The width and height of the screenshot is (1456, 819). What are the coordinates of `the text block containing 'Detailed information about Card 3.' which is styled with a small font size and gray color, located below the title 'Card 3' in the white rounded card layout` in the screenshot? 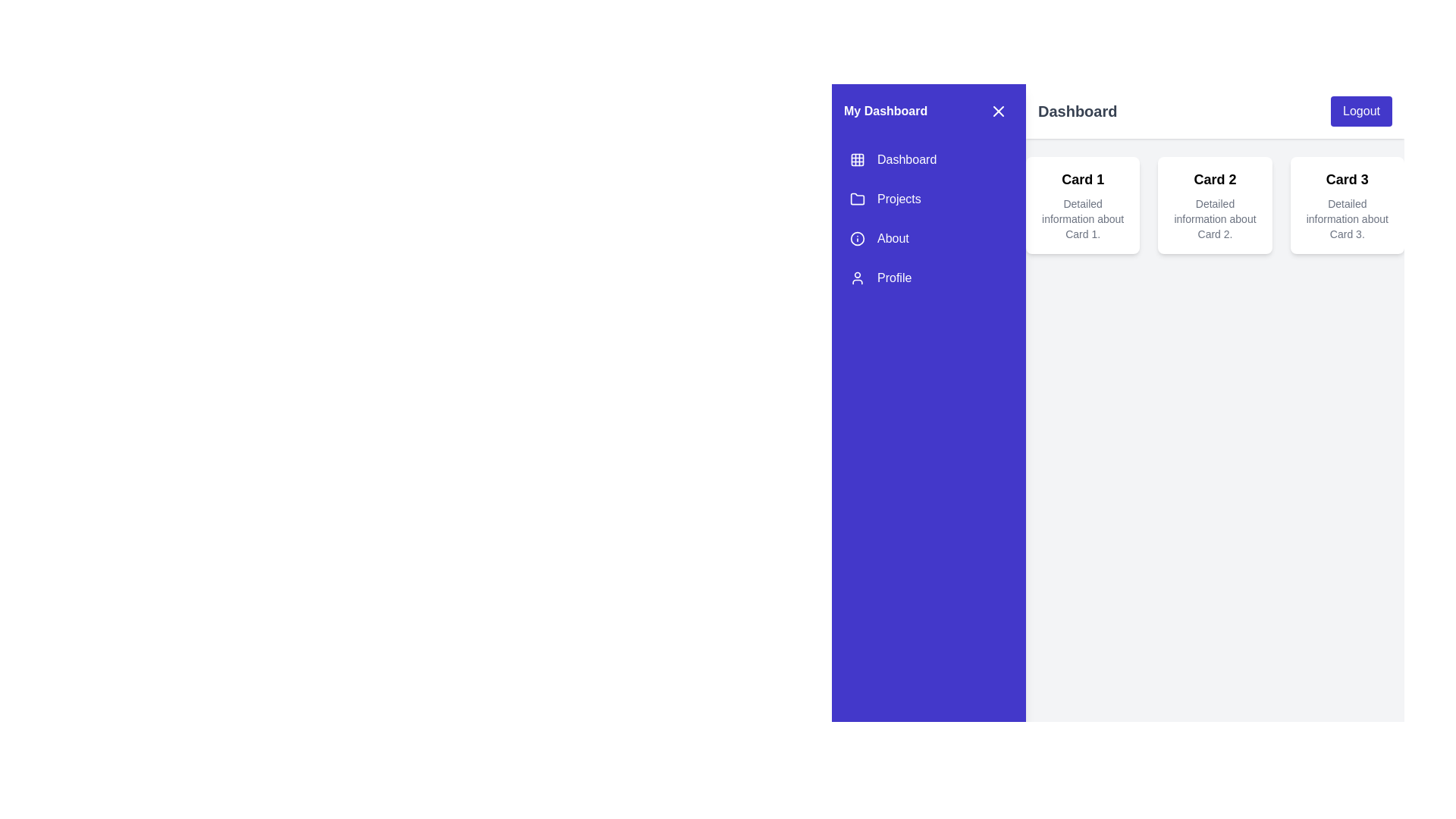 It's located at (1347, 219).